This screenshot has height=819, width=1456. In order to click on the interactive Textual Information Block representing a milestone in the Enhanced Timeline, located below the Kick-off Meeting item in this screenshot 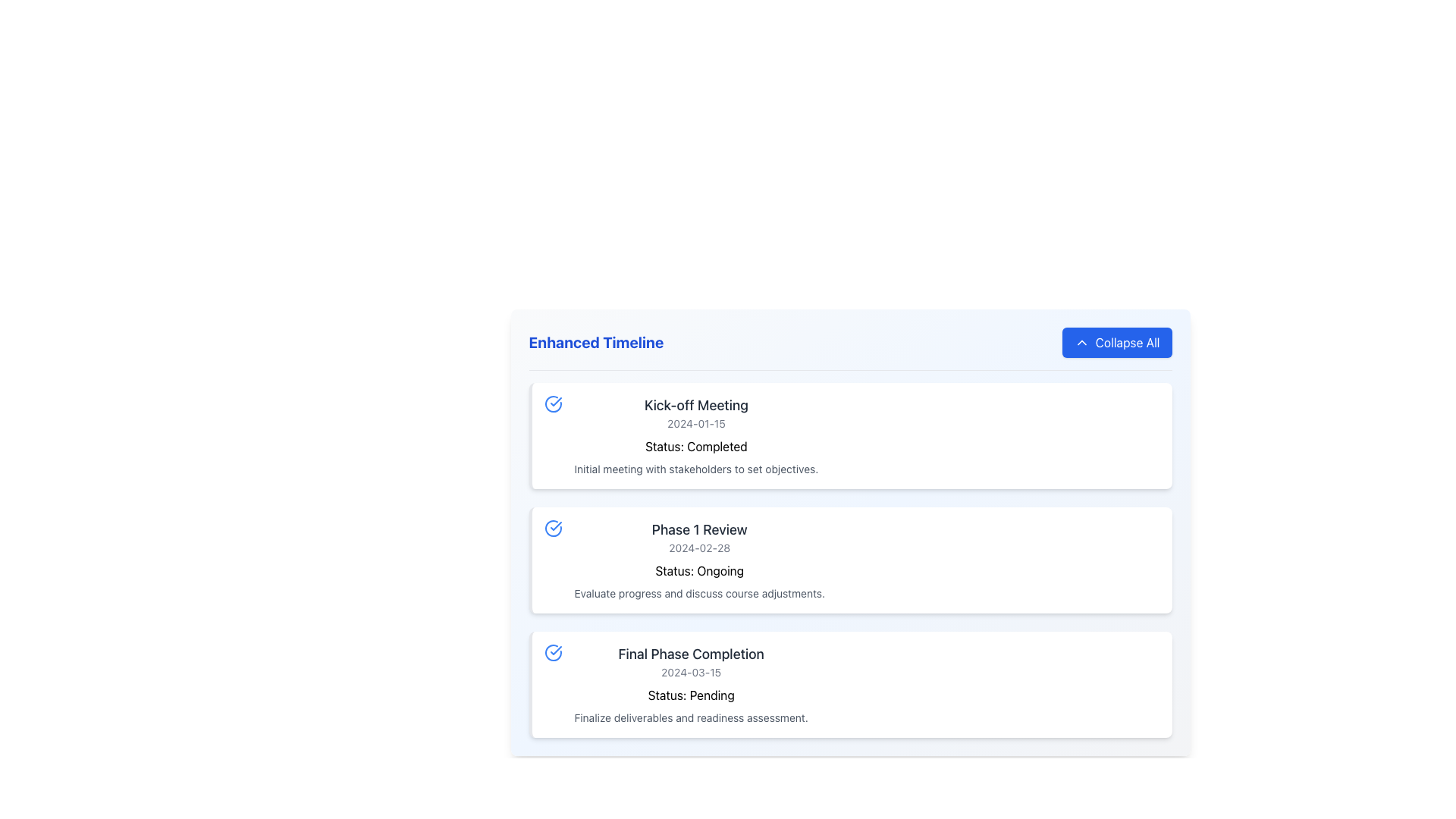, I will do `click(698, 560)`.